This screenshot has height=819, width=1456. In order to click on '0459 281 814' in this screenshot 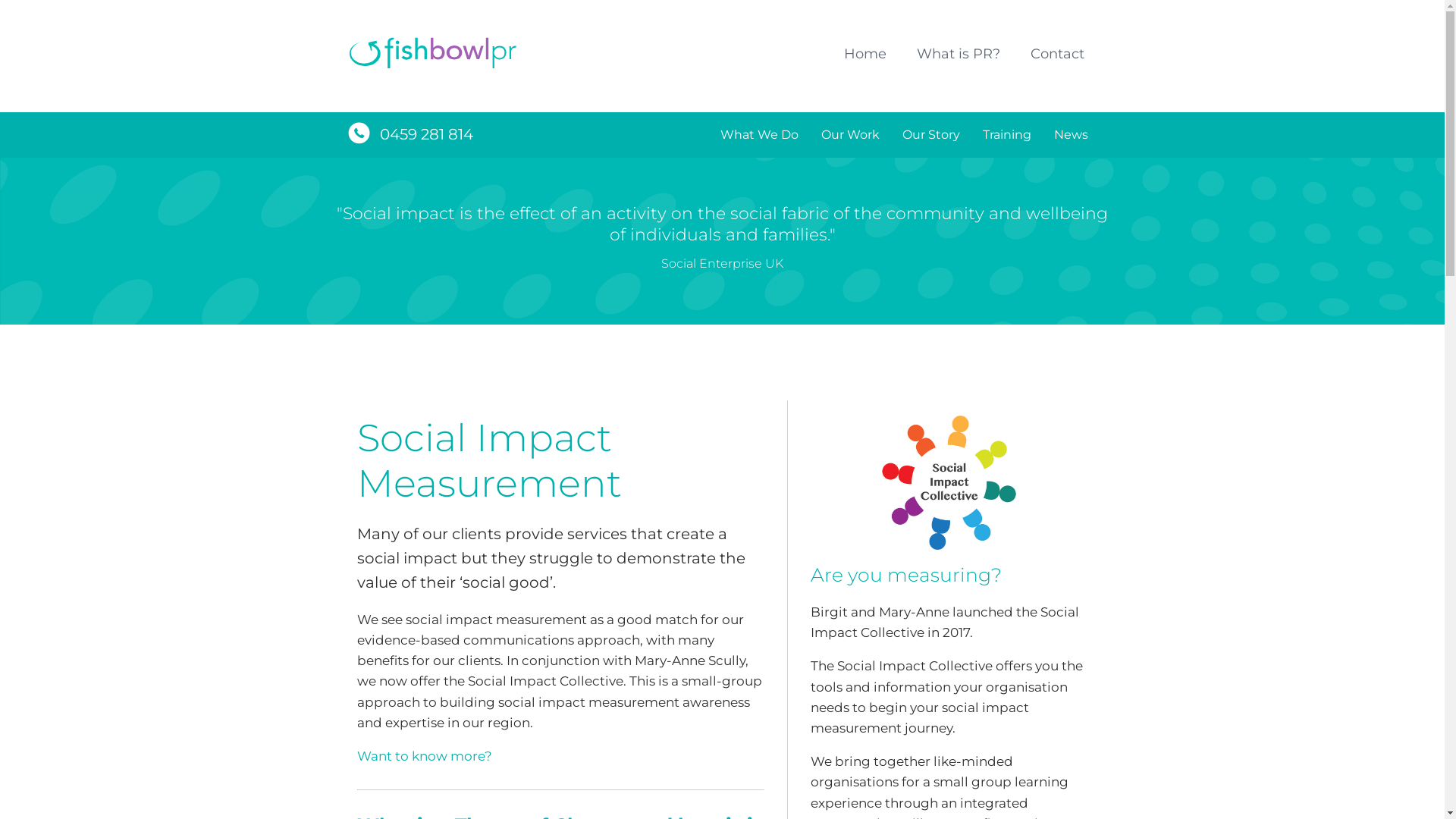, I will do `click(425, 133)`.